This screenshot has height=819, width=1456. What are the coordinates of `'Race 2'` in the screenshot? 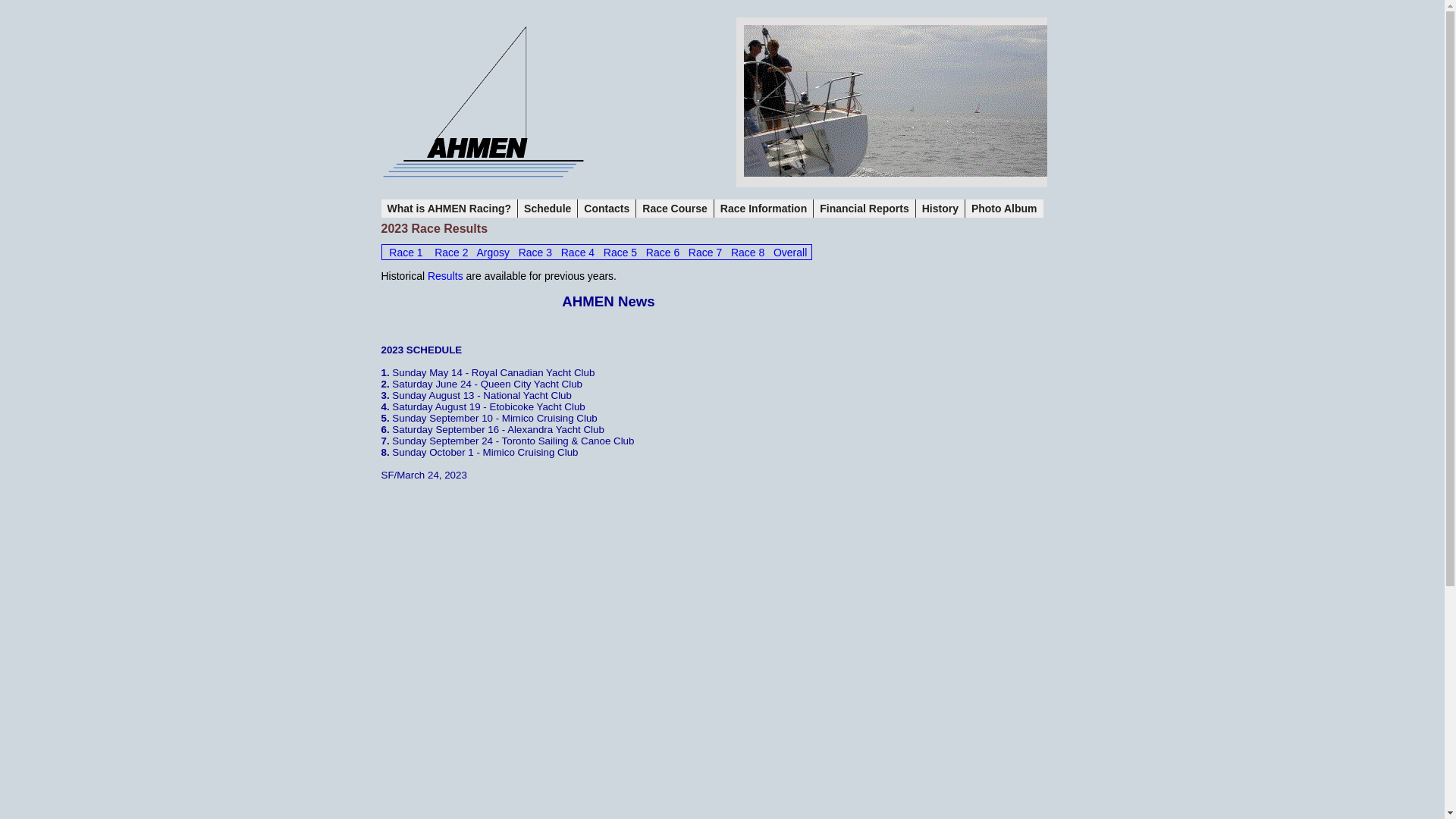 It's located at (450, 251).